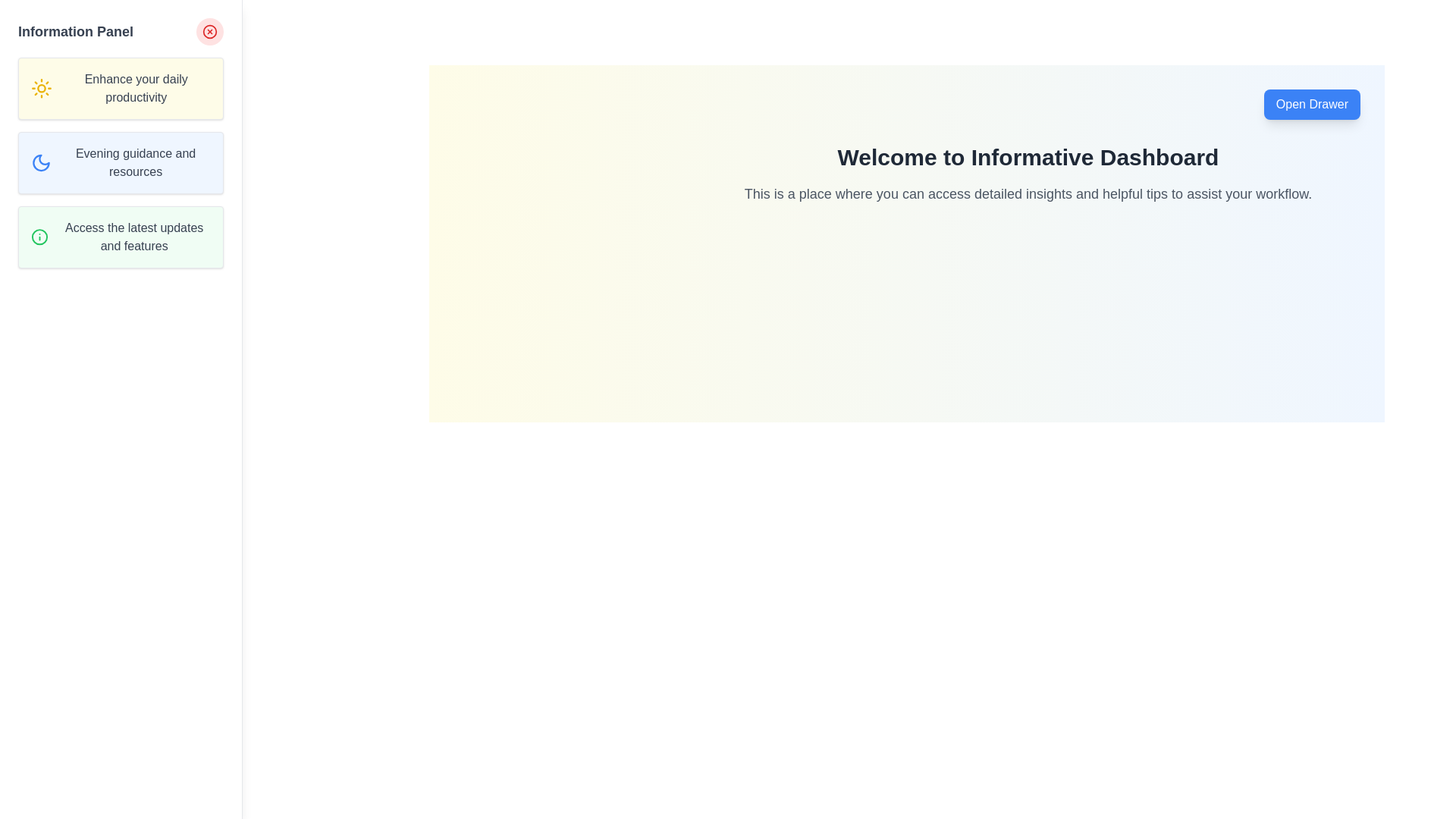  Describe the element at coordinates (39, 237) in the screenshot. I see `the icon located in the left sidebar under the 'Information Panel' header, specifically under the third option labeled 'Access the latest updates and features'` at that location.